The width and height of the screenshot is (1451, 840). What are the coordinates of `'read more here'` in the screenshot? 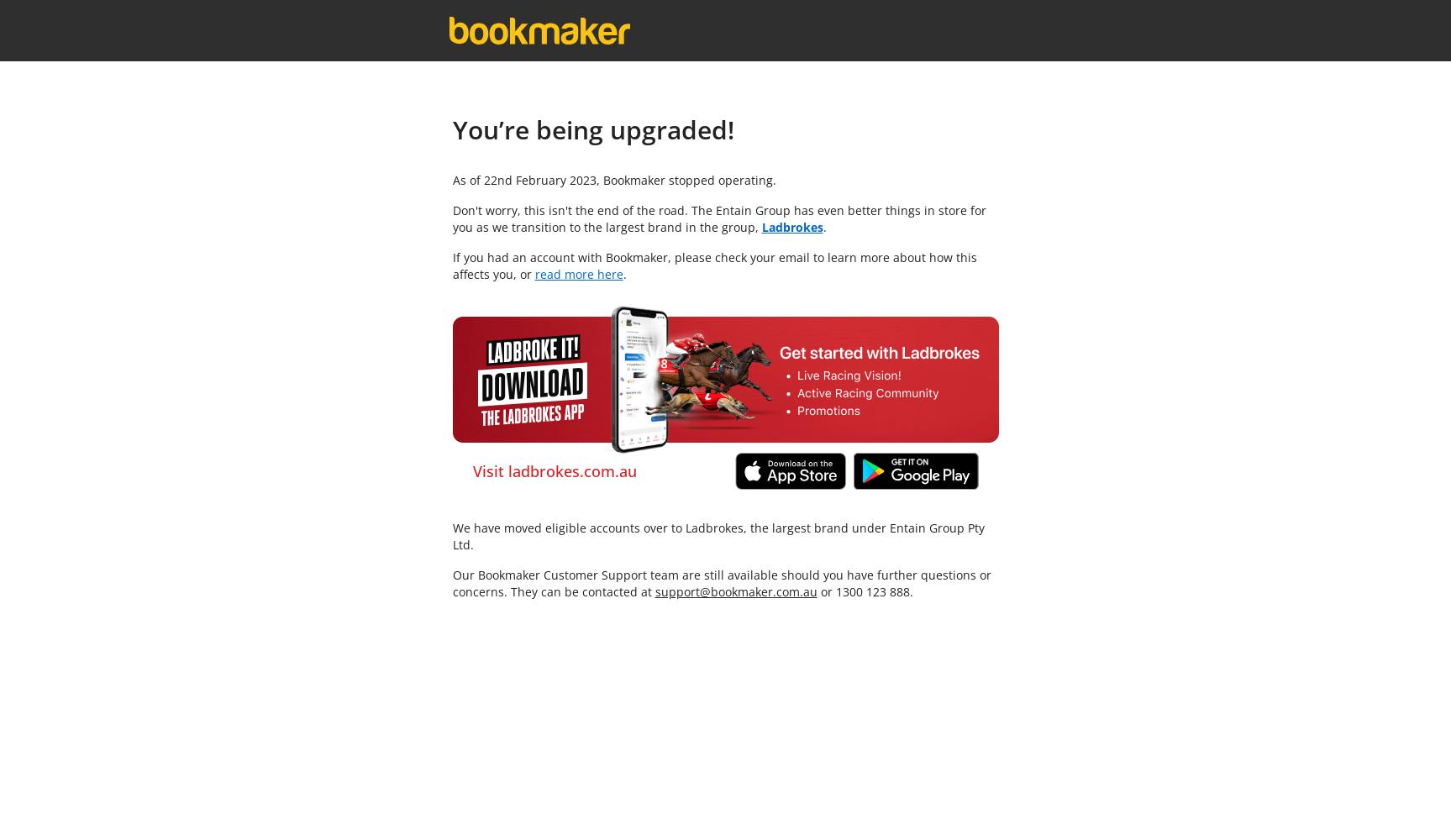 It's located at (577, 273).